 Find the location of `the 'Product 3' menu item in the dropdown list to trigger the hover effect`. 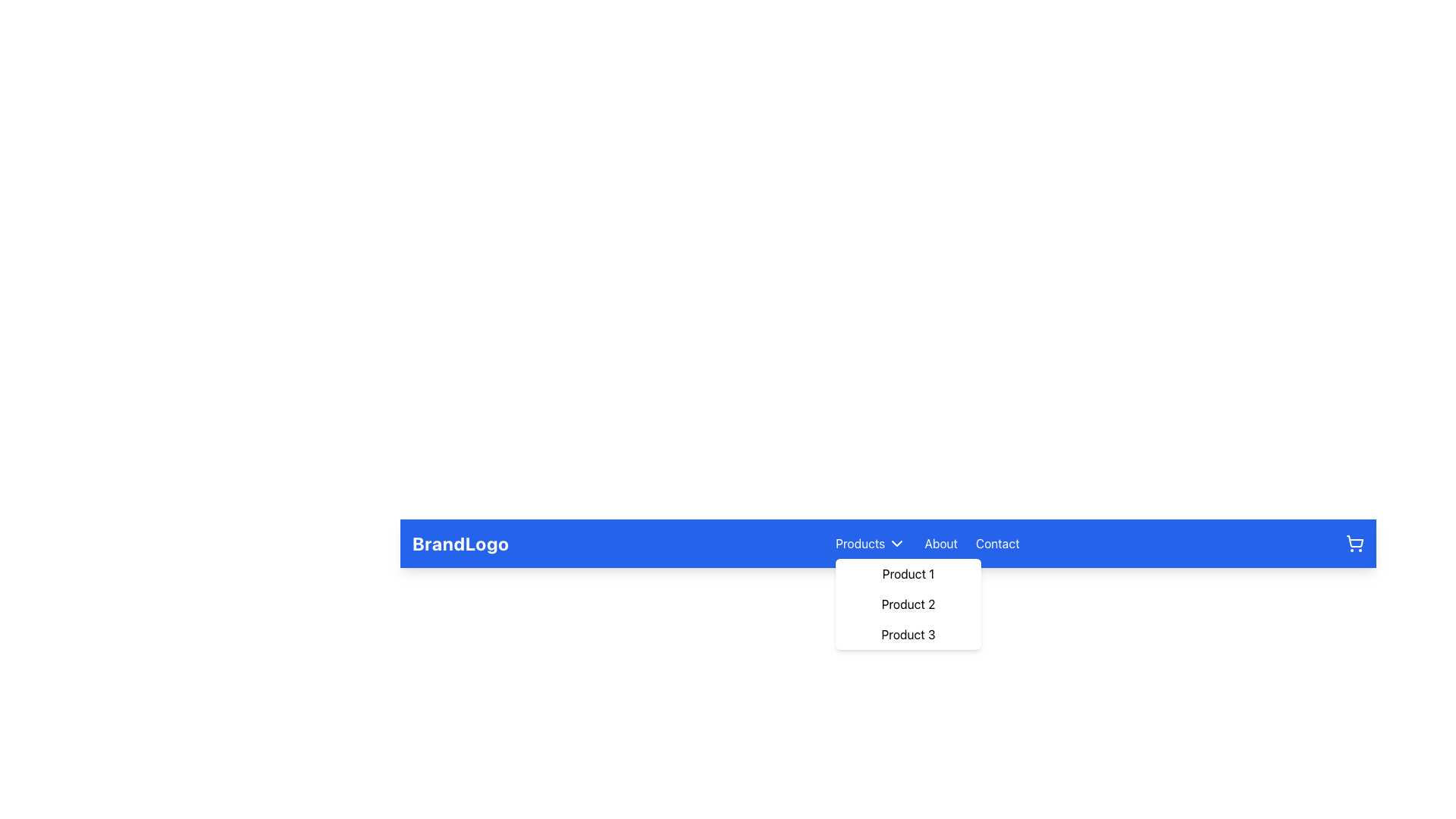

the 'Product 3' menu item in the dropdown list to trigger the hover effect is located at coordinates (908, 635).